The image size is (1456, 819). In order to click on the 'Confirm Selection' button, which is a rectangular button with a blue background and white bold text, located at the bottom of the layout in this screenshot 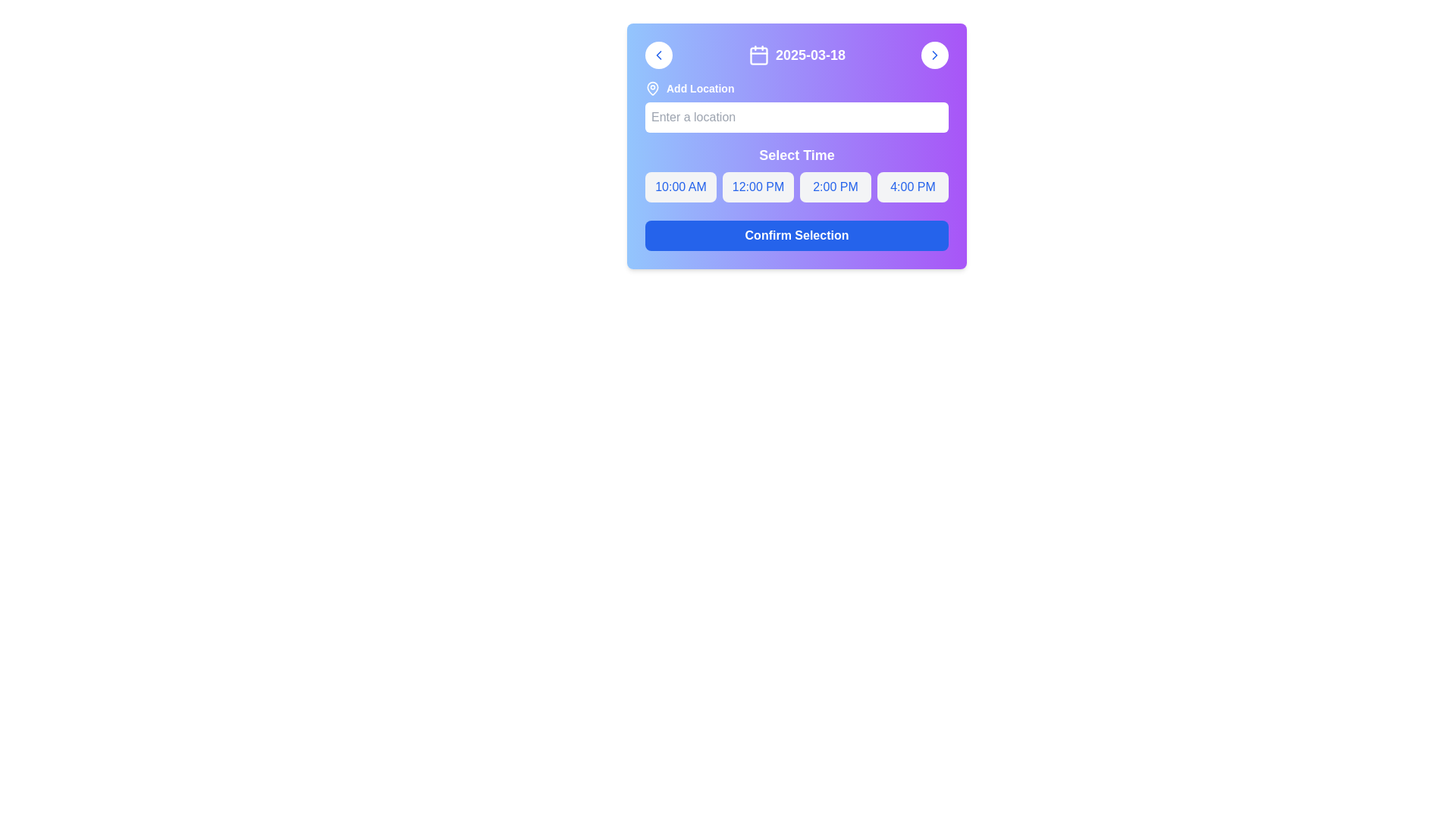, I will do `click(796, 236)`.